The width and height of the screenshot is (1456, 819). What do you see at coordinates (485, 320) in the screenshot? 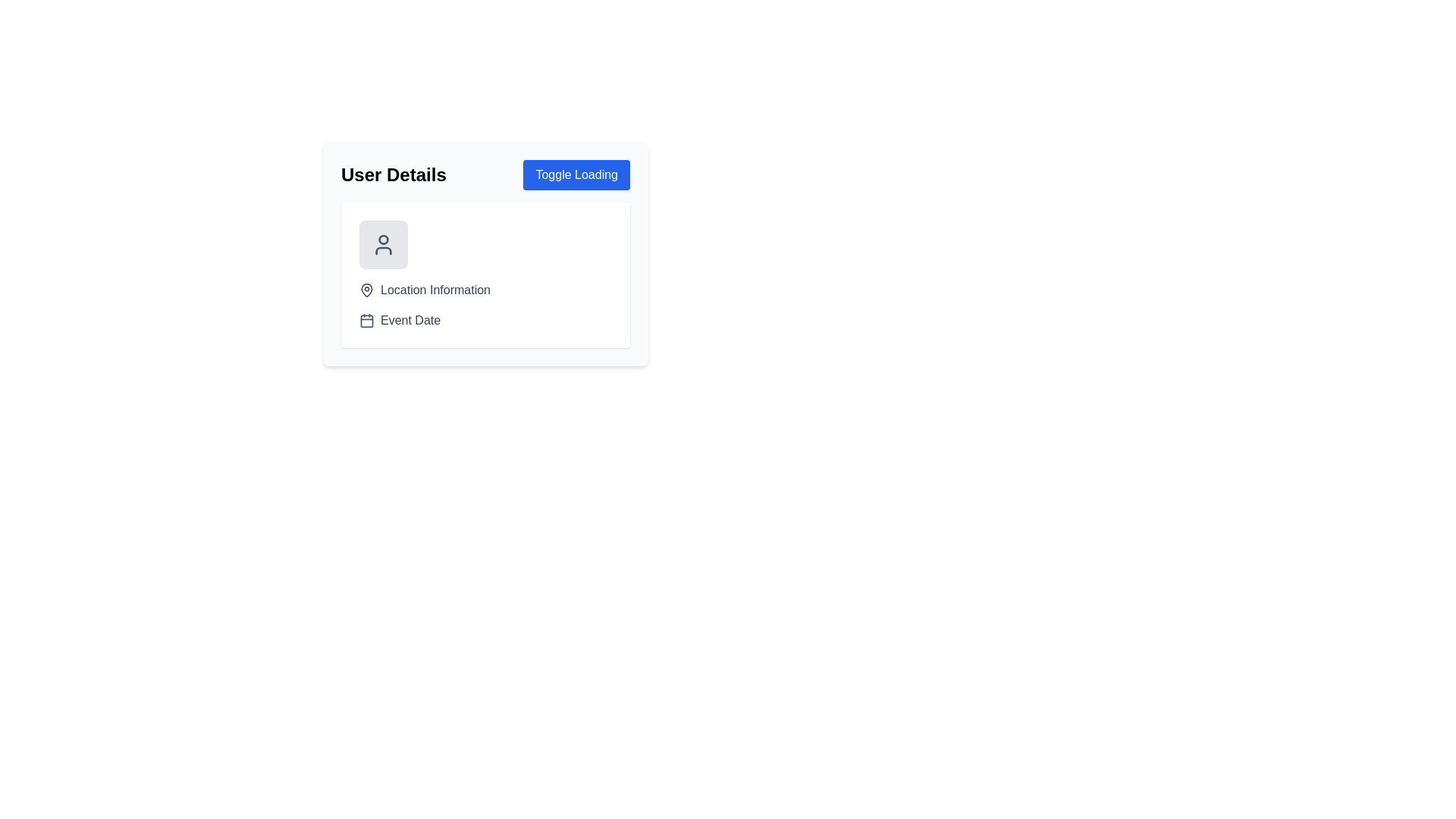
I see `the 'Event Date' Text with Icon Row` at bounding box center [485, 320].